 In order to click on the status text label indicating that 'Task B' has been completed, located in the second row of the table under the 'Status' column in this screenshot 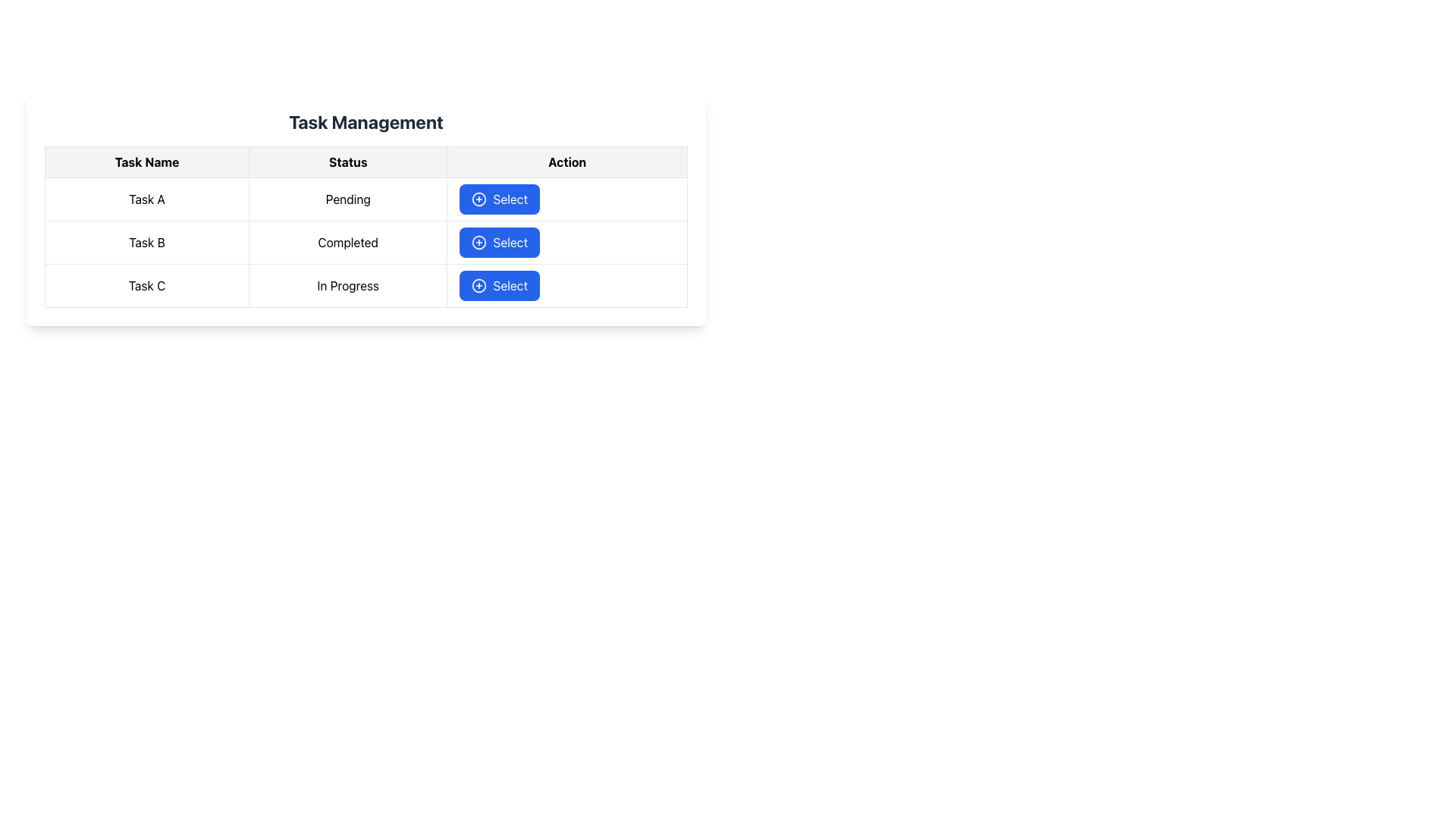, I will do `click(347, 242)`.